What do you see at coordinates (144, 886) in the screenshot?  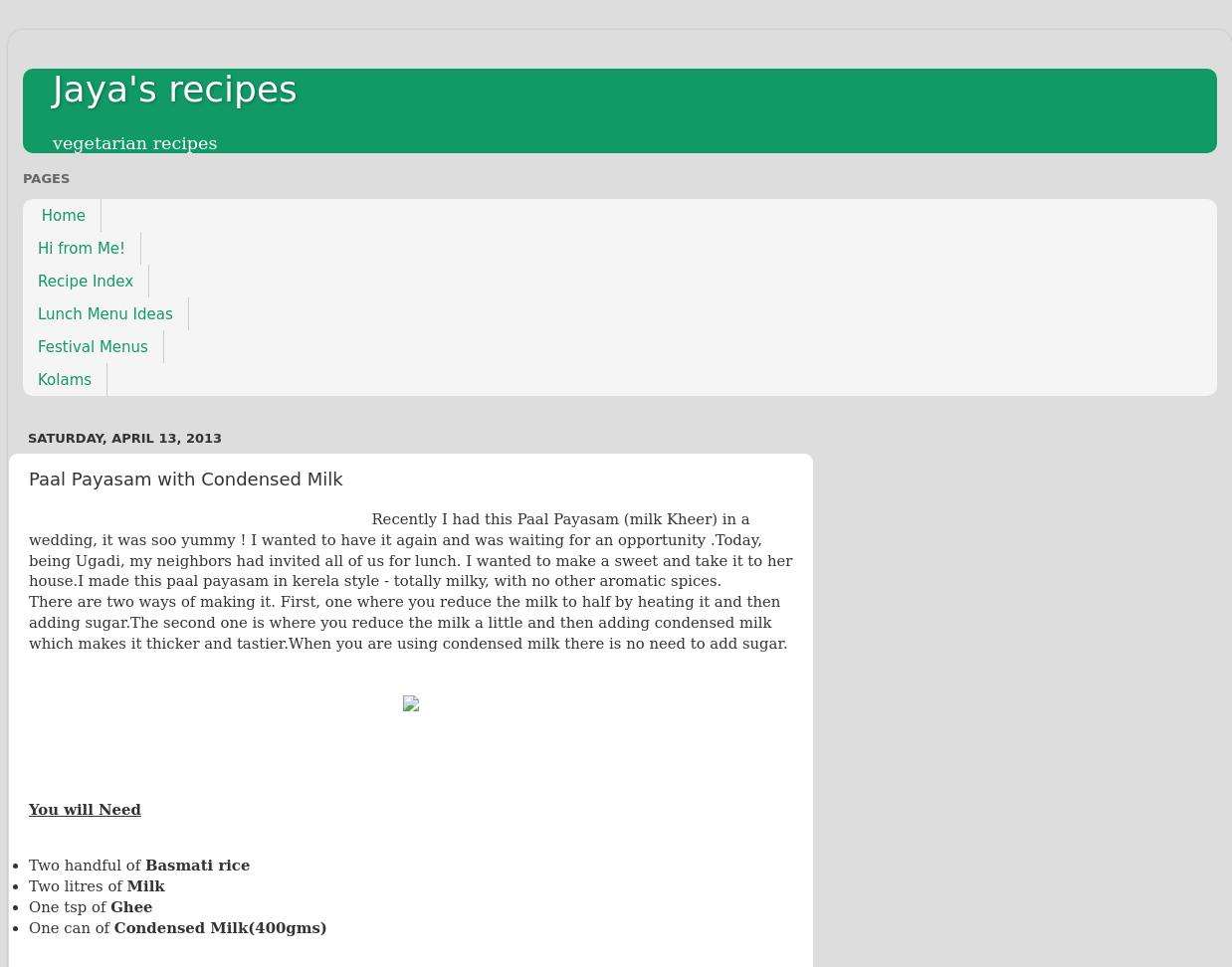 I see `'Milk'` at bounding box center [144, 886].